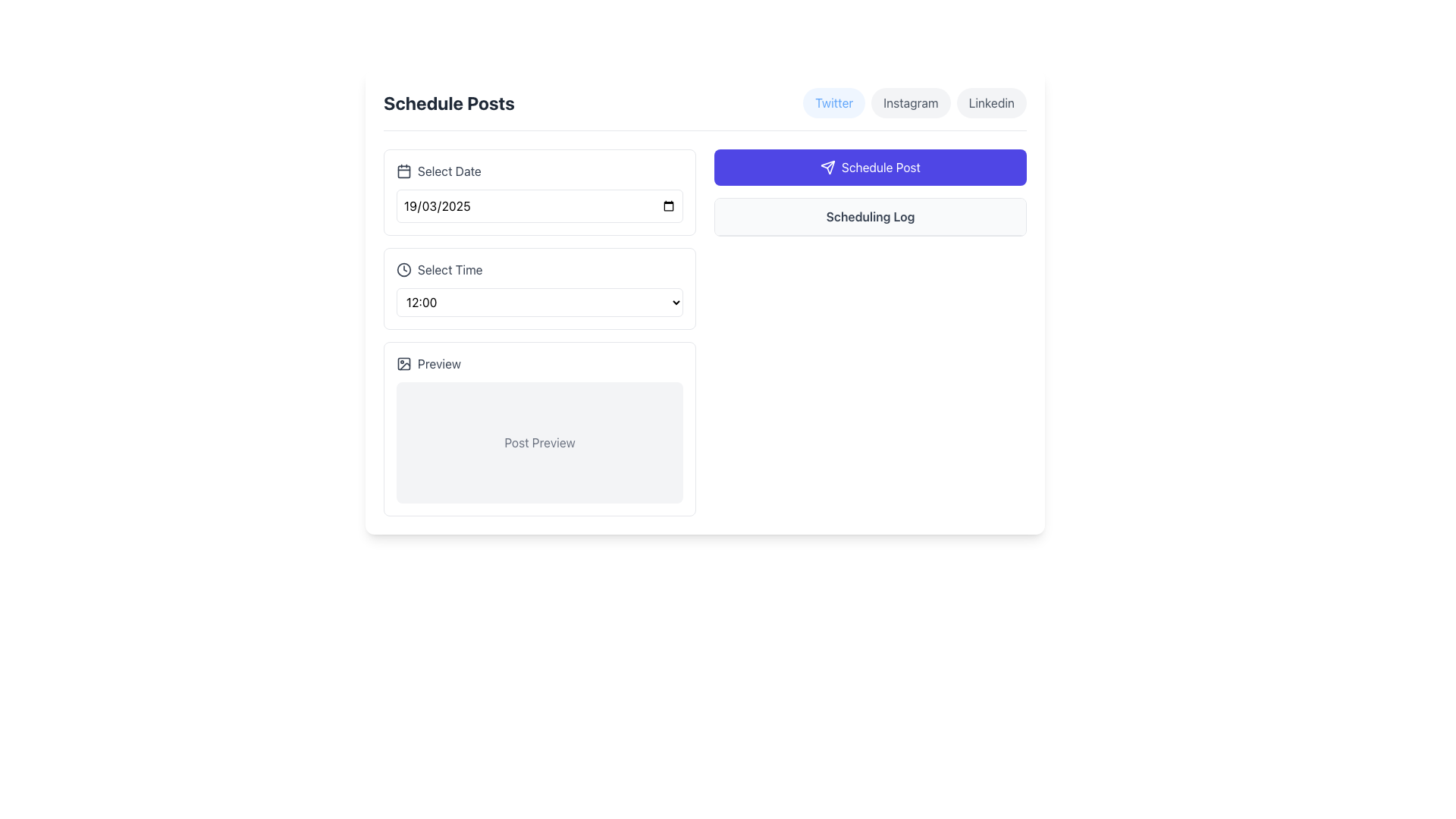  I want to click on the calendar icon near the top-left corner of the 'Select Date' input area, so click(403, 171).